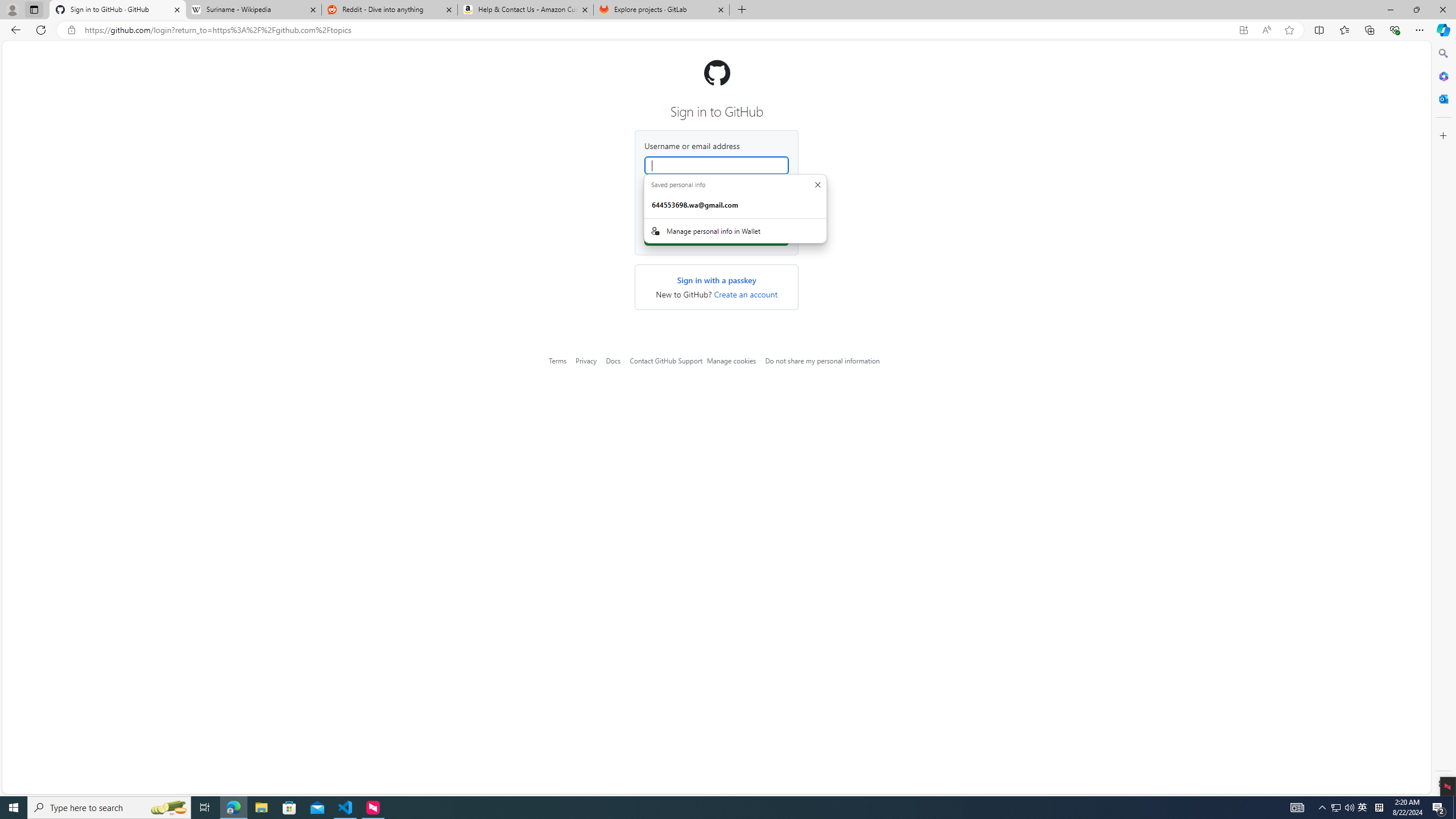 The width and height of the screenshot is (1456, 819). What do you see at coordinates (253, 9) in the screenshot?
I see `'Suriname - Wikipedia'` at bounding box center [253, 9].